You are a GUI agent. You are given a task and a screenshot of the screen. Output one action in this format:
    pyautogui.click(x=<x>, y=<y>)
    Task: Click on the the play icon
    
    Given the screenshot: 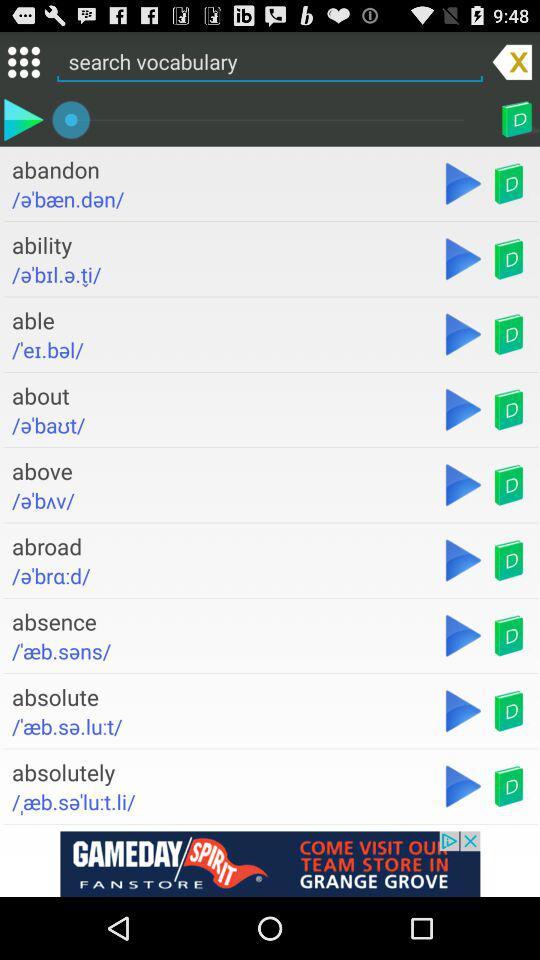 What is the action you would take?
    pyautogui.click(x=22, y=126)
    